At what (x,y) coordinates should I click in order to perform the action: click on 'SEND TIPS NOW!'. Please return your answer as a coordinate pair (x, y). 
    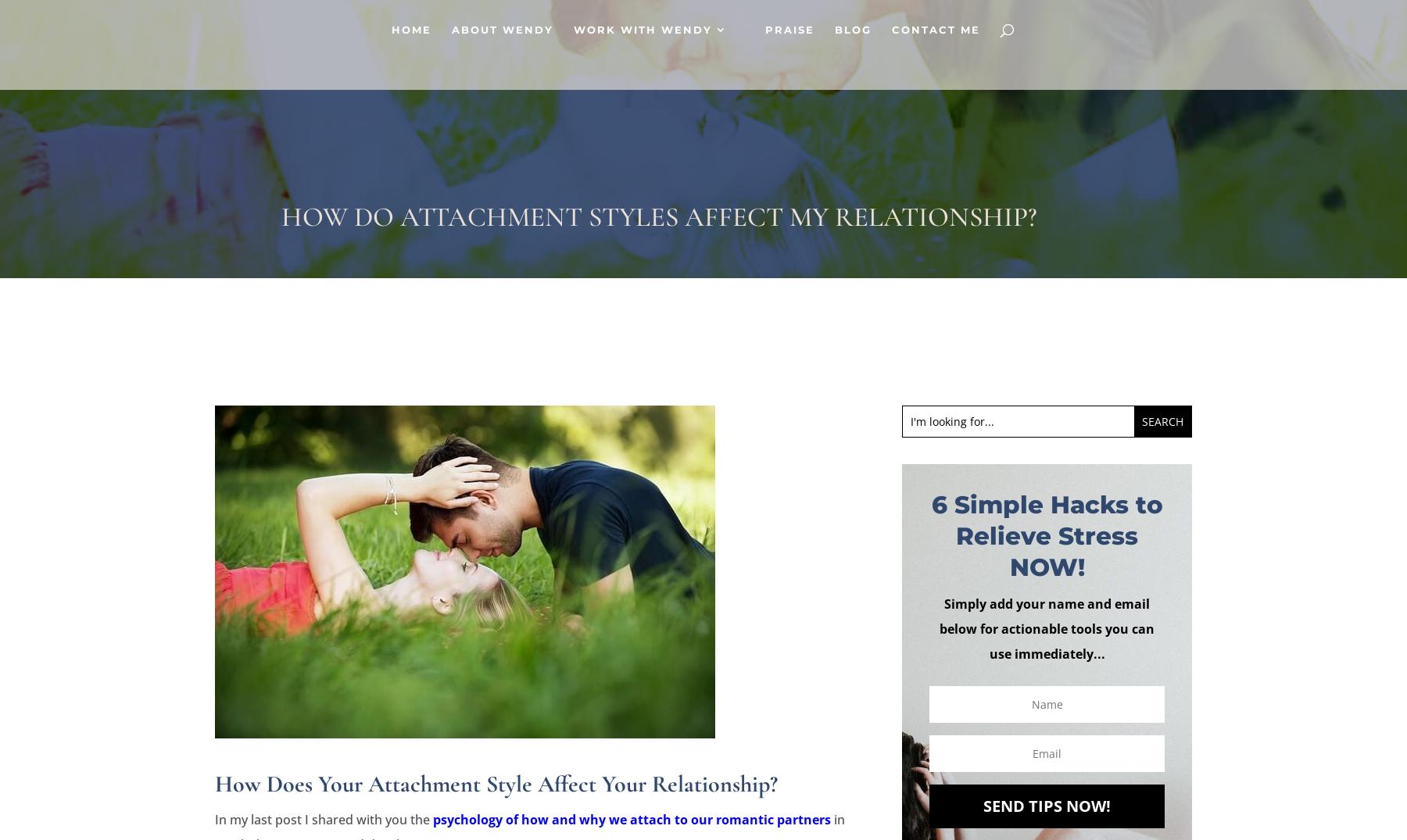
    Looking at the image, I should click on (983, 805).